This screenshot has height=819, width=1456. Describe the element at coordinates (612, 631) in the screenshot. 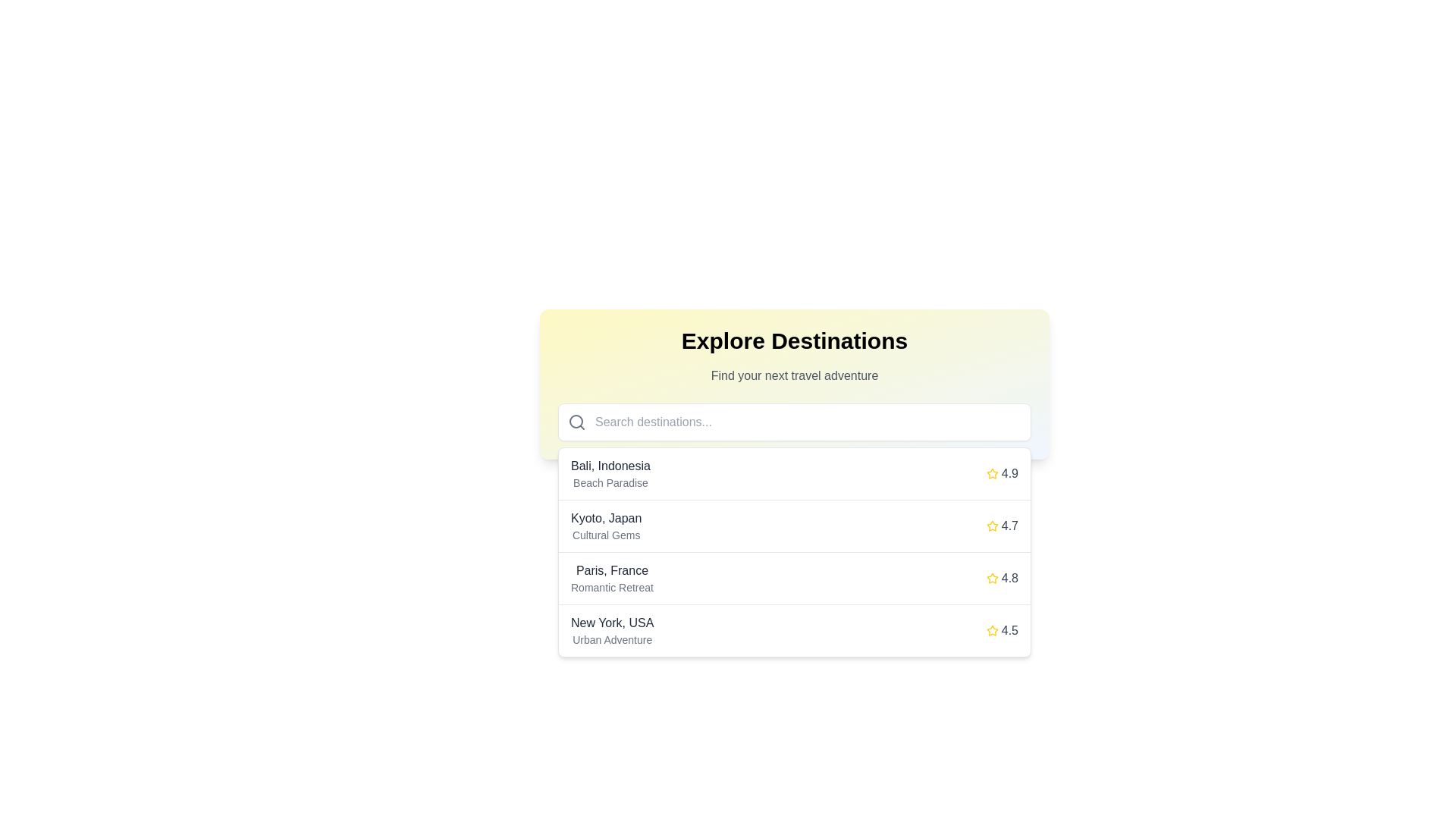

I see `the text block that provides information about a travel destination, positioned as the fourth item in a vertical list, located between 'Paris, France' and a rating icon` at that location.